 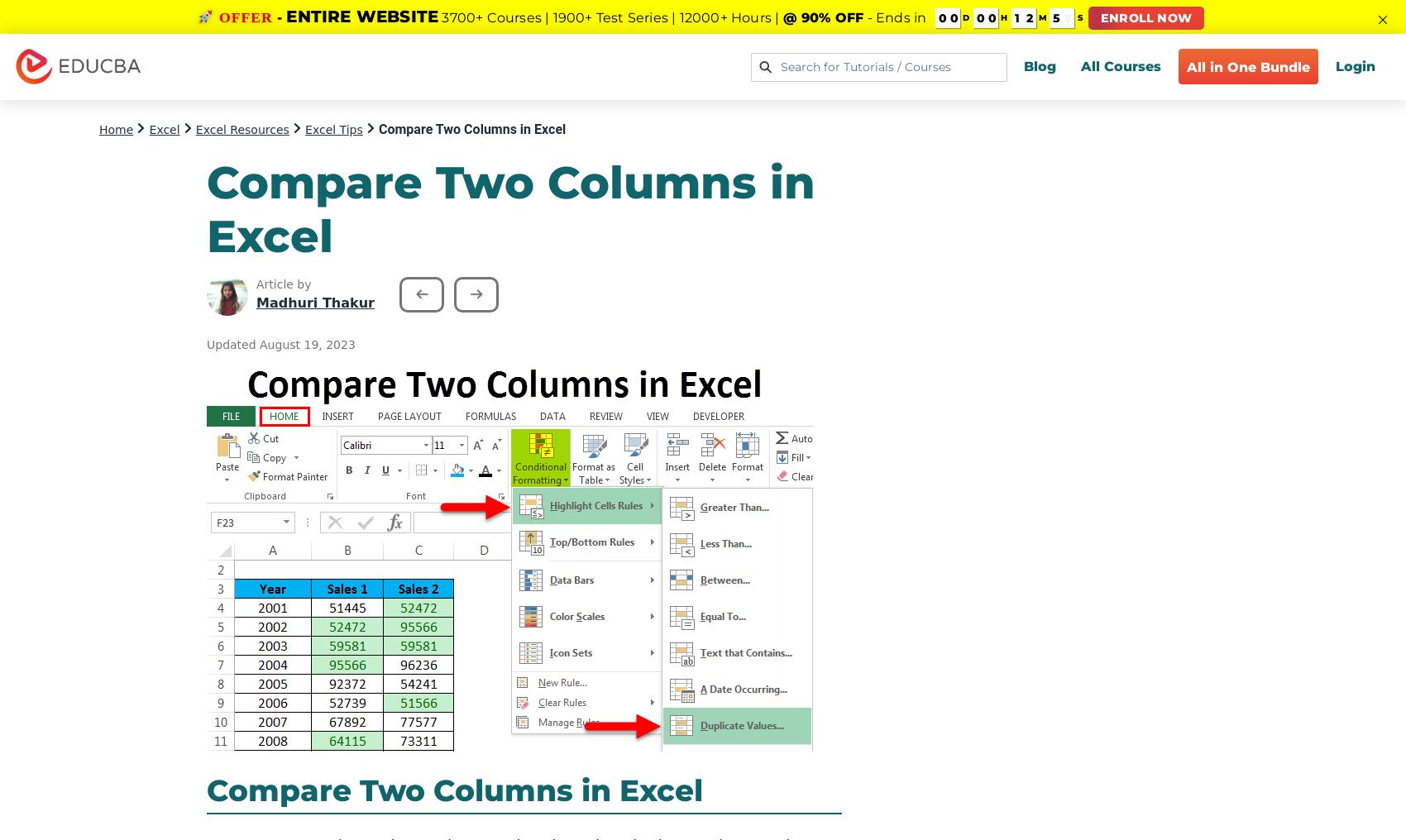 What do you see at coordinates (1014, 17) in the screenshot?
I see `'1'` at bounding box center [1014, 17].